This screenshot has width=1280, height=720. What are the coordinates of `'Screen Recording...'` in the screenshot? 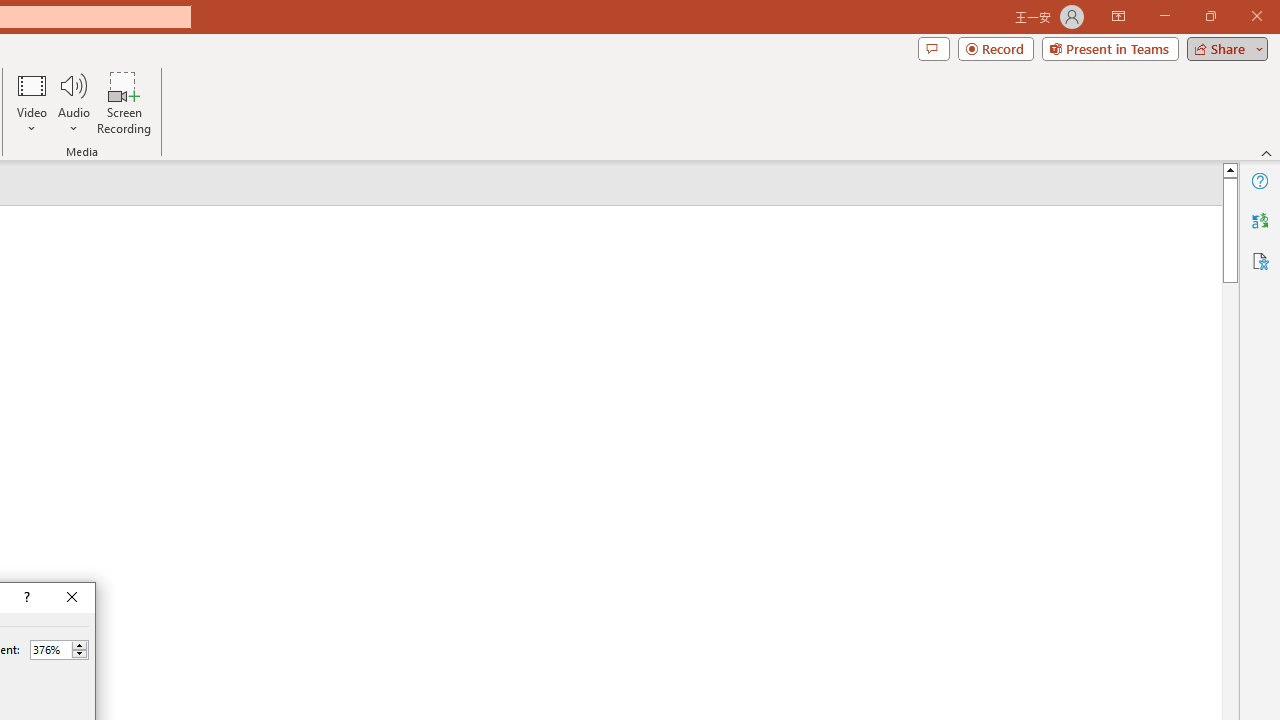 It's located at (123, 103).